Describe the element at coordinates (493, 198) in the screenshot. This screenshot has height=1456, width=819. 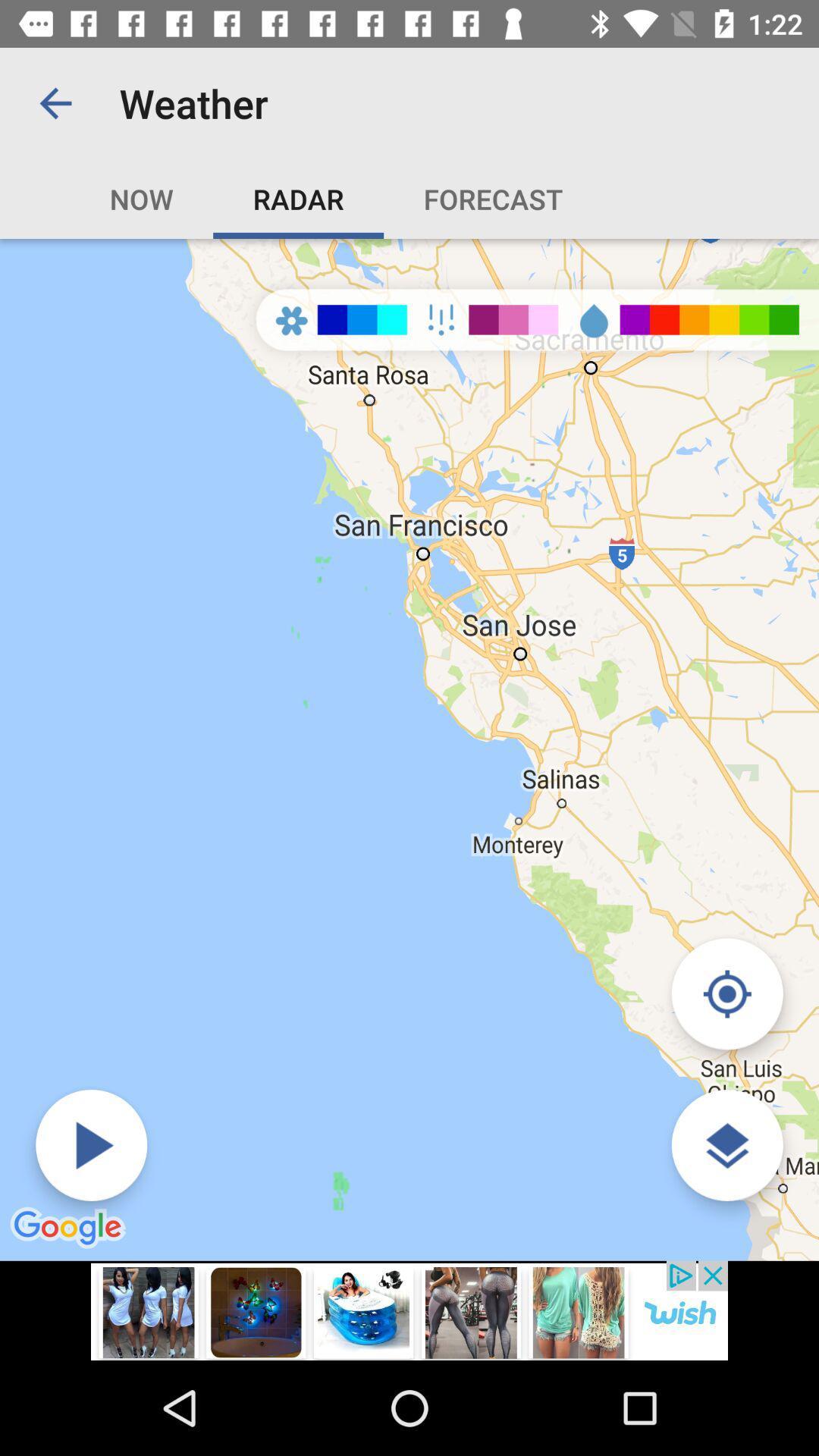
I see `forecast option` at that location.